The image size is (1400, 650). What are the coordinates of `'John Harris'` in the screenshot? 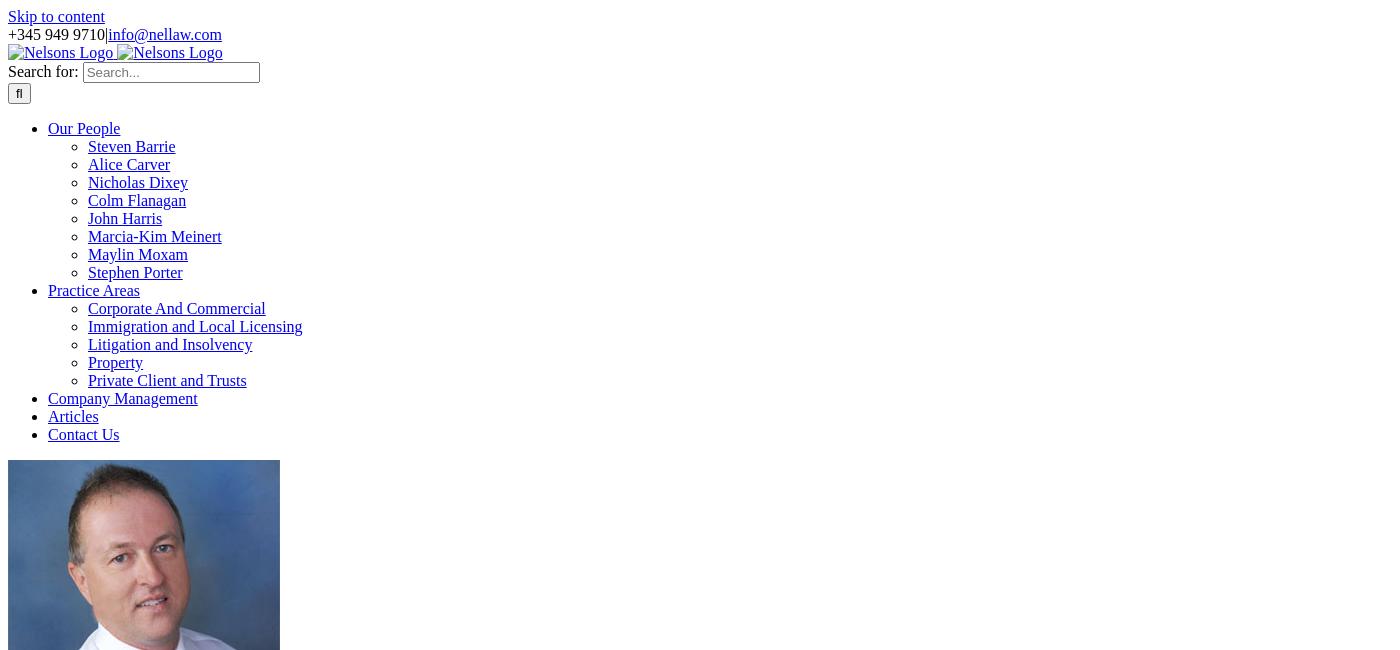 It's located at (125, 217).